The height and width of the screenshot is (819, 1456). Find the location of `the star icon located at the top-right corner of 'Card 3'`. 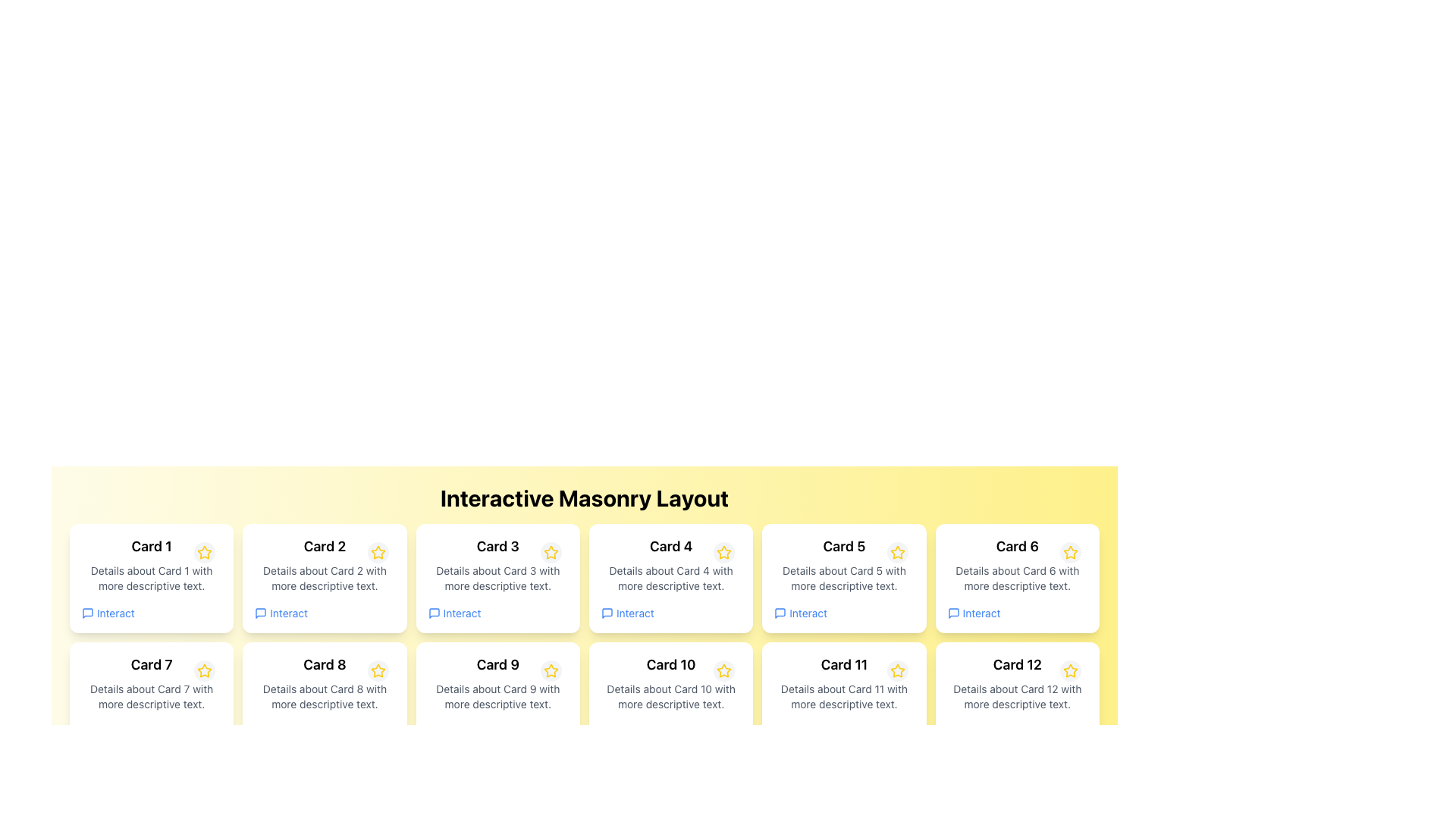

the star icon located at the top-right corner of 'Card 3' is located at coordinates (550, 553).